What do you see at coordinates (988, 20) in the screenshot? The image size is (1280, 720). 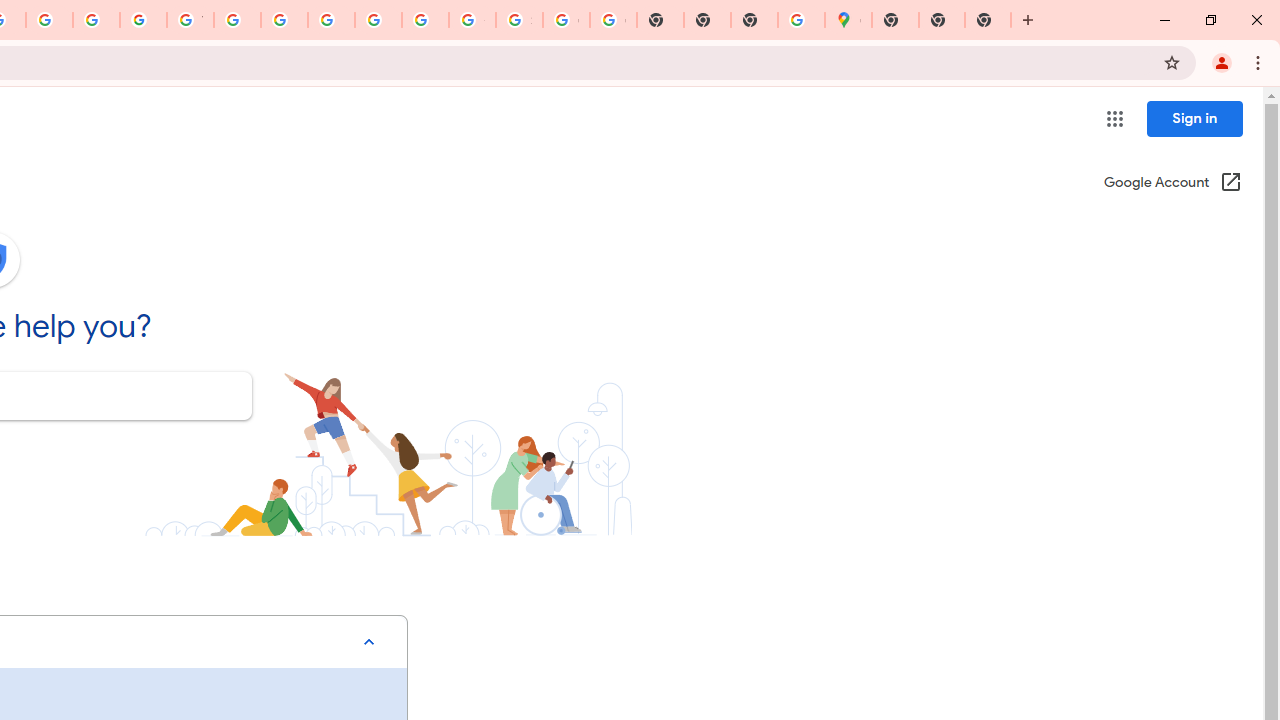 I see `'New Tab'` at bounding box center [988, 20].